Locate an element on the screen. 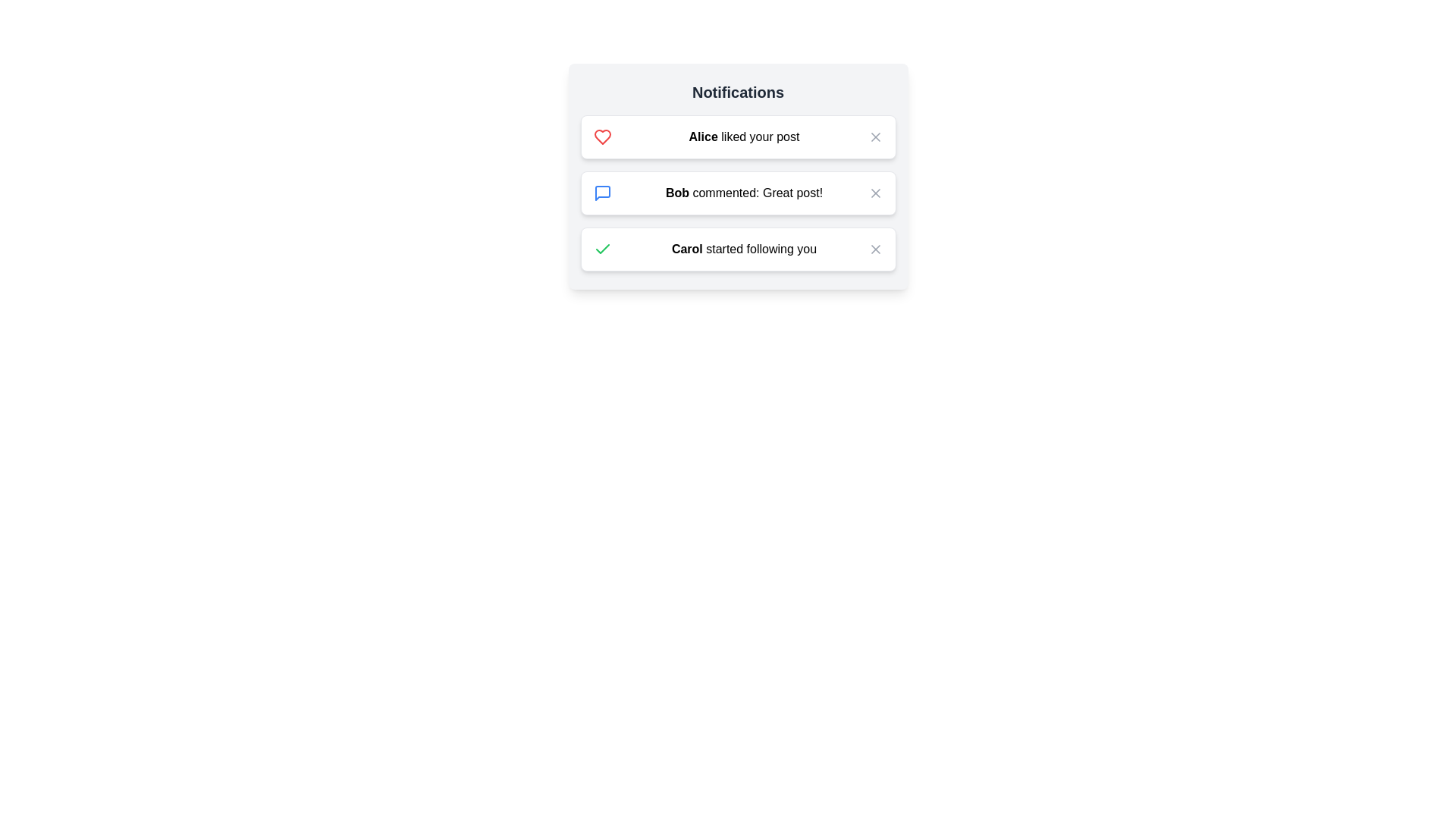 Image resolution: width=1456 pixels, height=819 pixels. the text 'Alice' that identifies the user in the first notification entry of the notification panel is located at coordinates (702, 136).